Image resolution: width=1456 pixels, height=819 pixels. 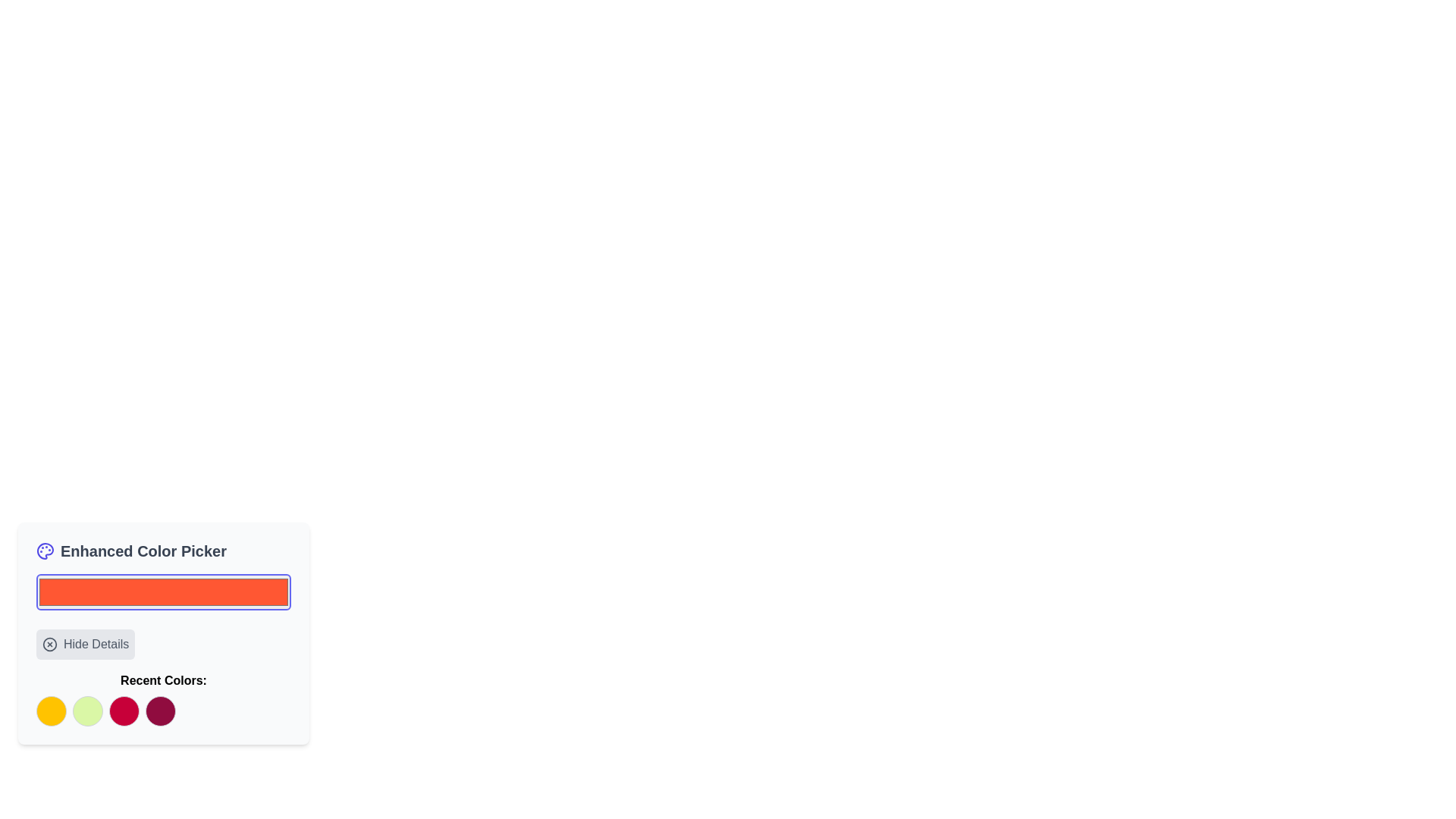 I want to click on the label that describes the section of recent color options, positioned at the top of the colored circular buttons, so click(x=164, y=680).